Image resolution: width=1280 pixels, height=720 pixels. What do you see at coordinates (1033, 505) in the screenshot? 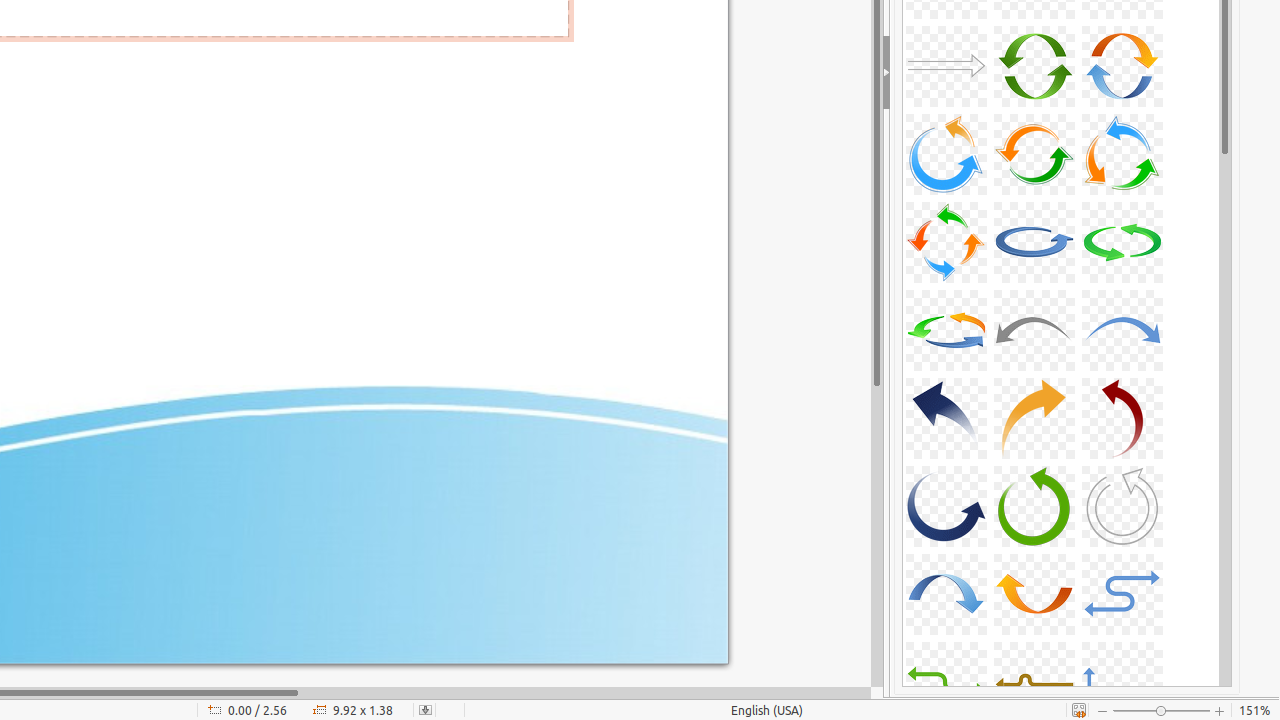
I see `'A29-CurvedArrow-Green'` at bounding box center [1033, 505].